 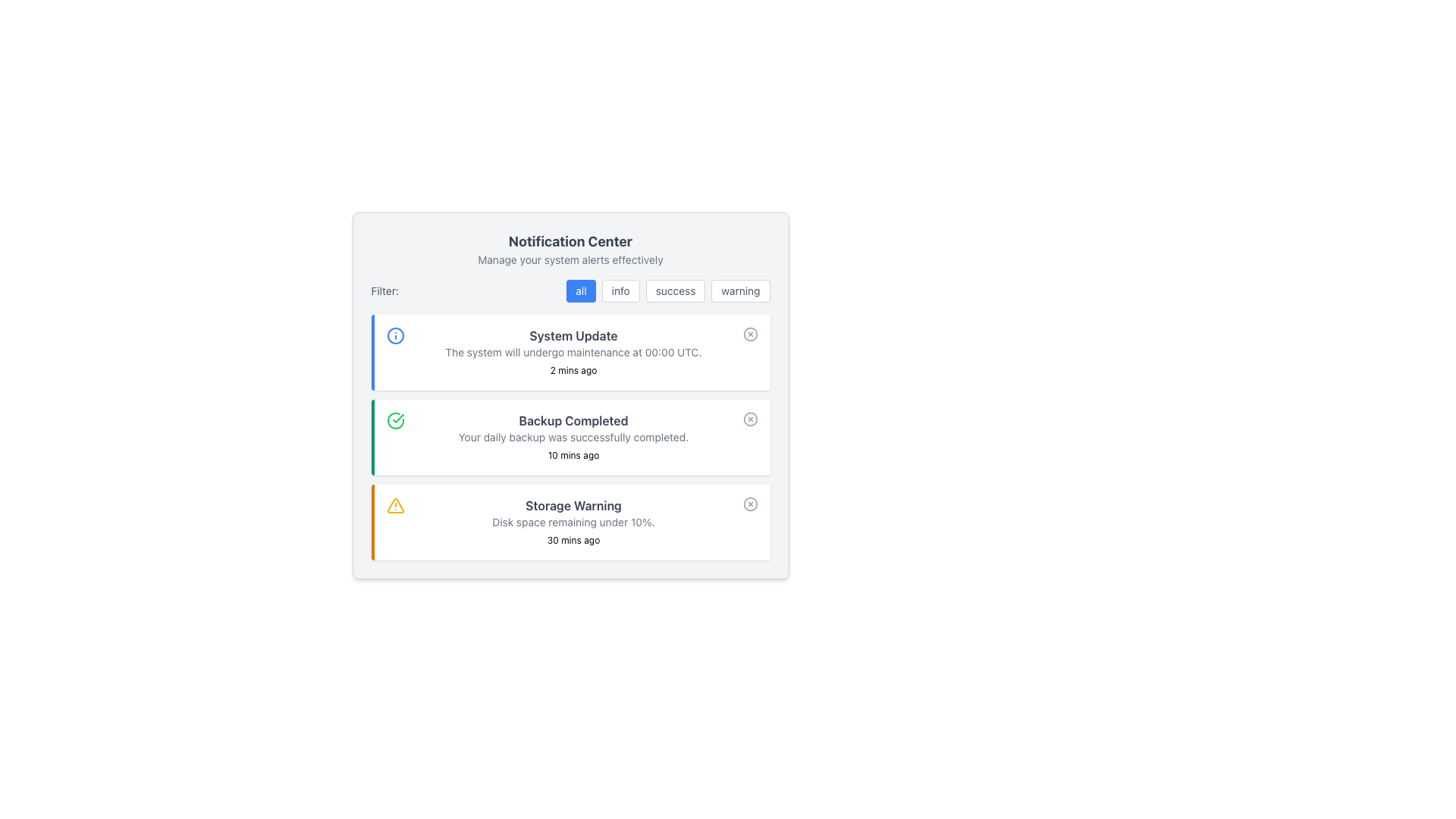 What do you see at coordinates (740, 291) in the screenshot?
I see `the 'warning' button using tab navigation` at bounding box center [740, 291].